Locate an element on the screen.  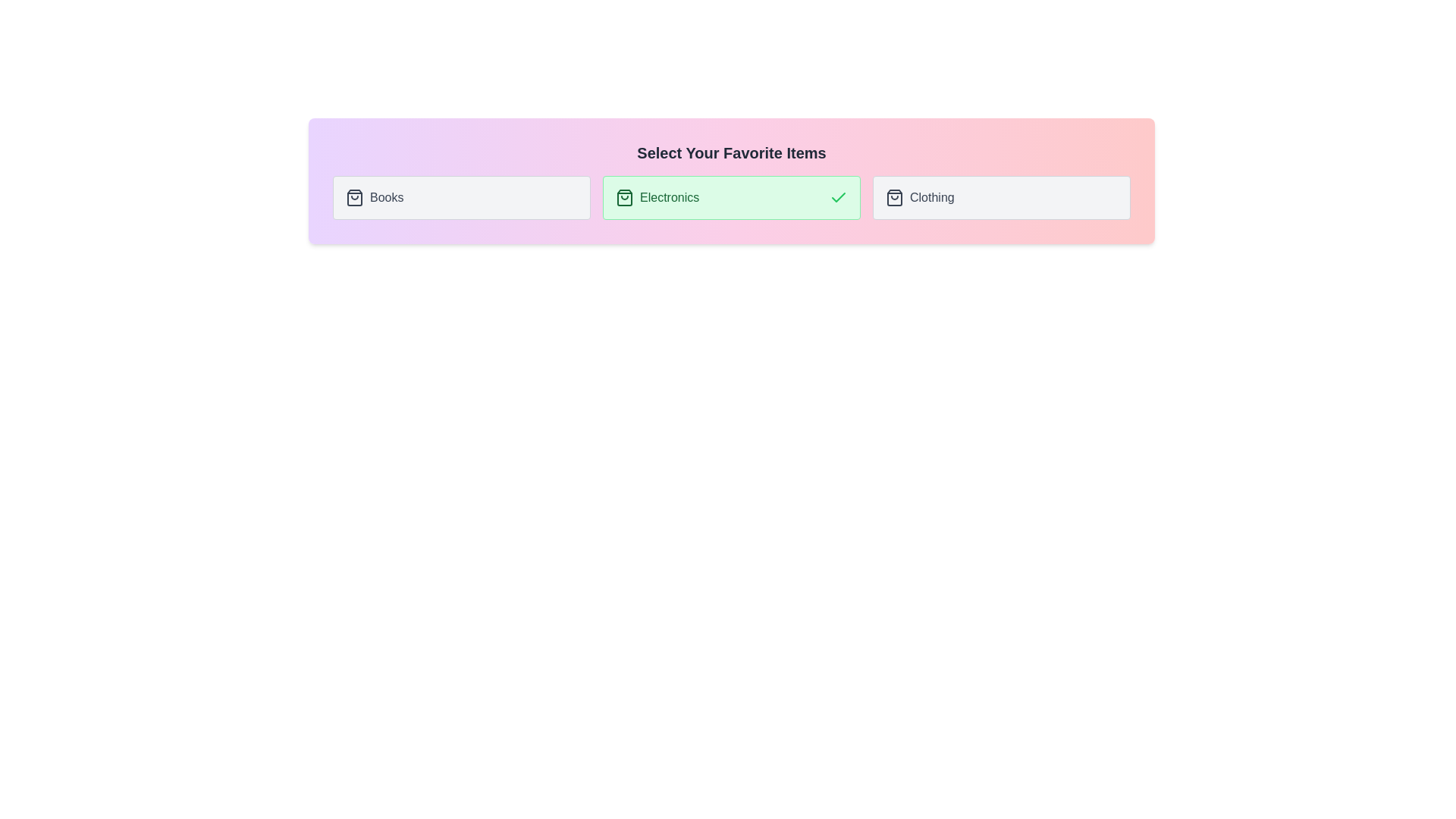
the item labeled Books to observe the visual feedback is located at coordinates (461, 197).